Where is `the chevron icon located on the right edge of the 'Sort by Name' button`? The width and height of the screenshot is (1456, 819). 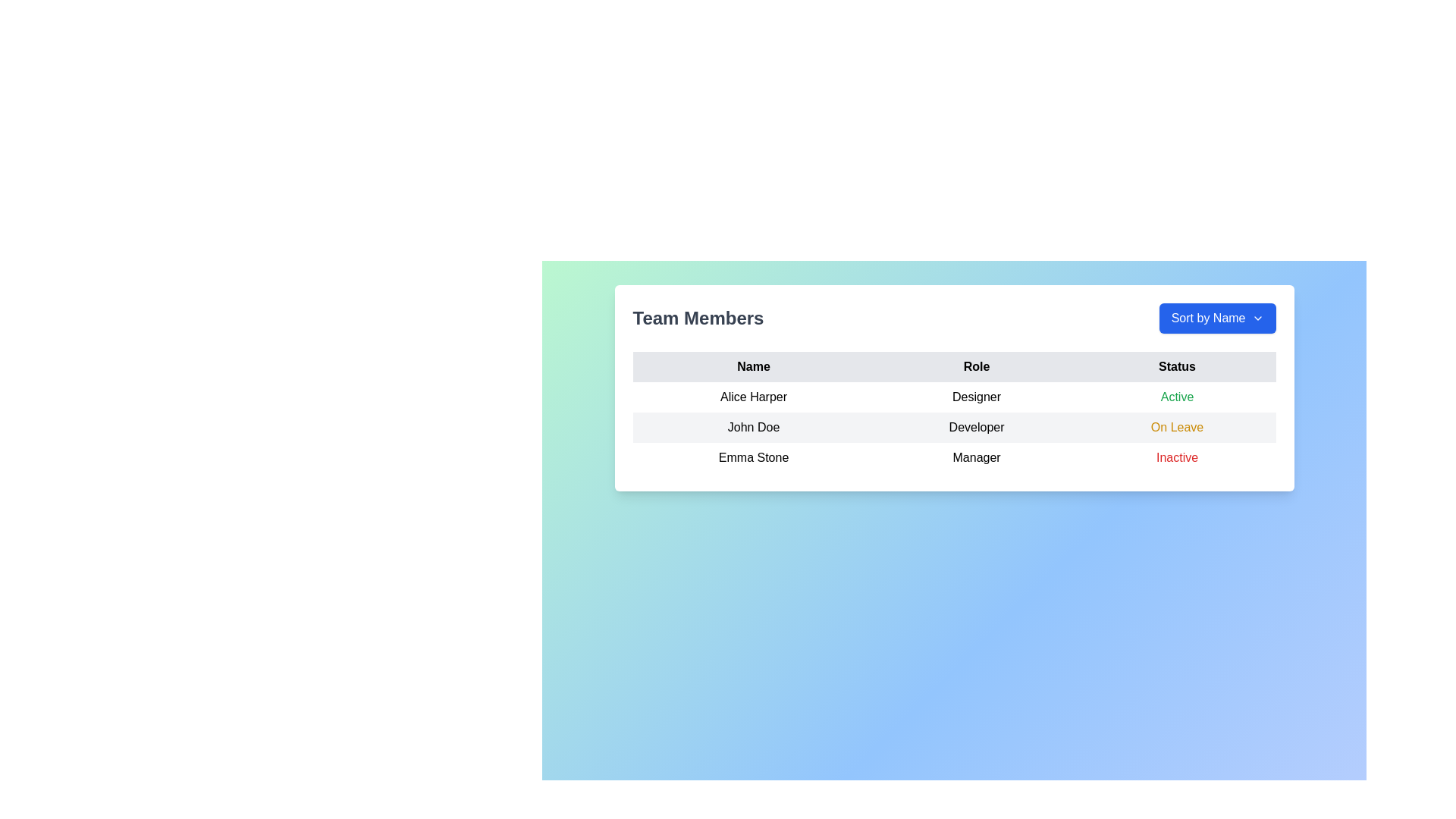
the chevron icon located on the right edge of the 'Sort by Name' button is located at coordinates (1257, 318).